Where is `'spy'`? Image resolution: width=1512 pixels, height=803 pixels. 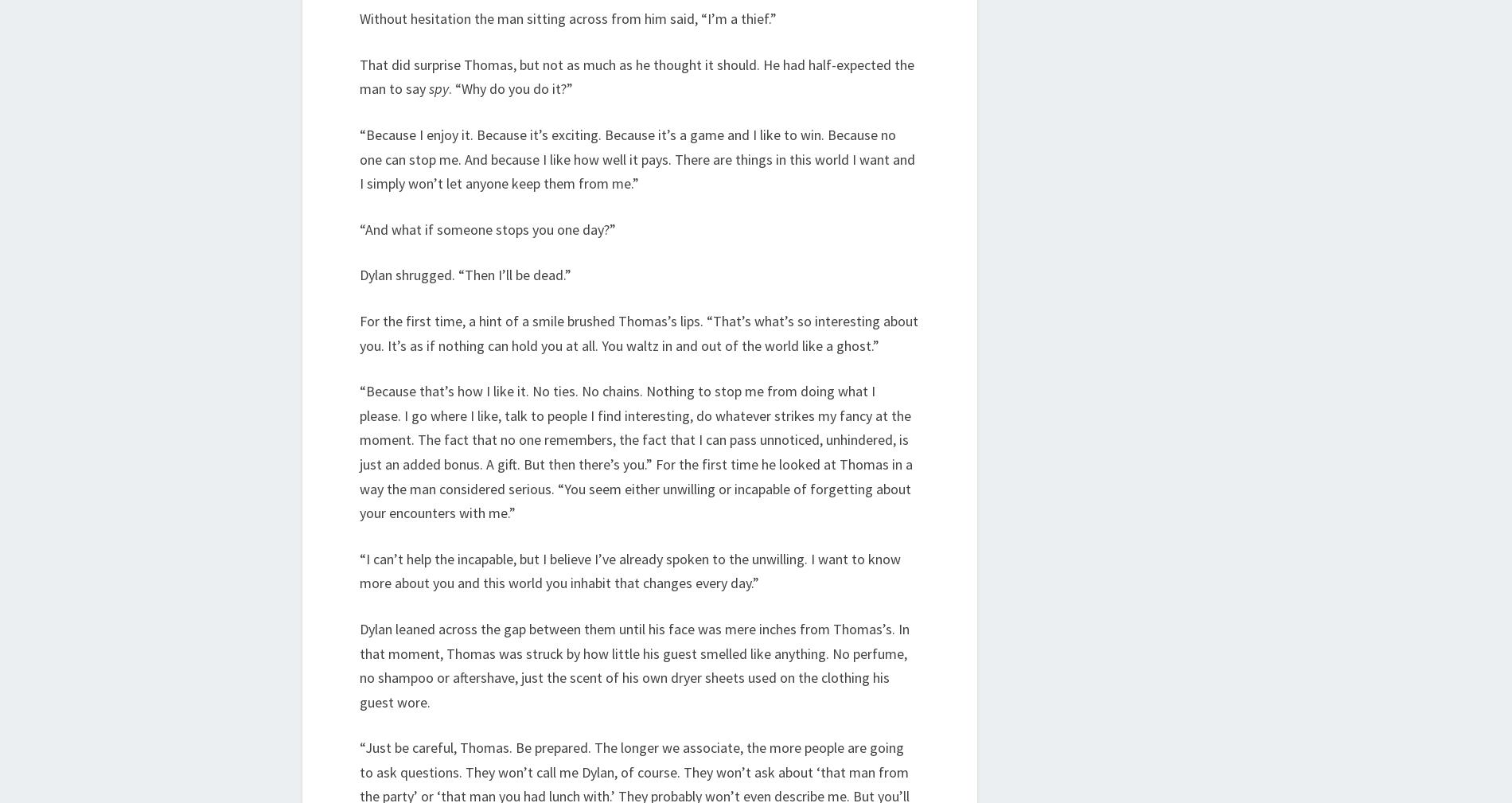
'spy' is located at coordinates (438, 88).